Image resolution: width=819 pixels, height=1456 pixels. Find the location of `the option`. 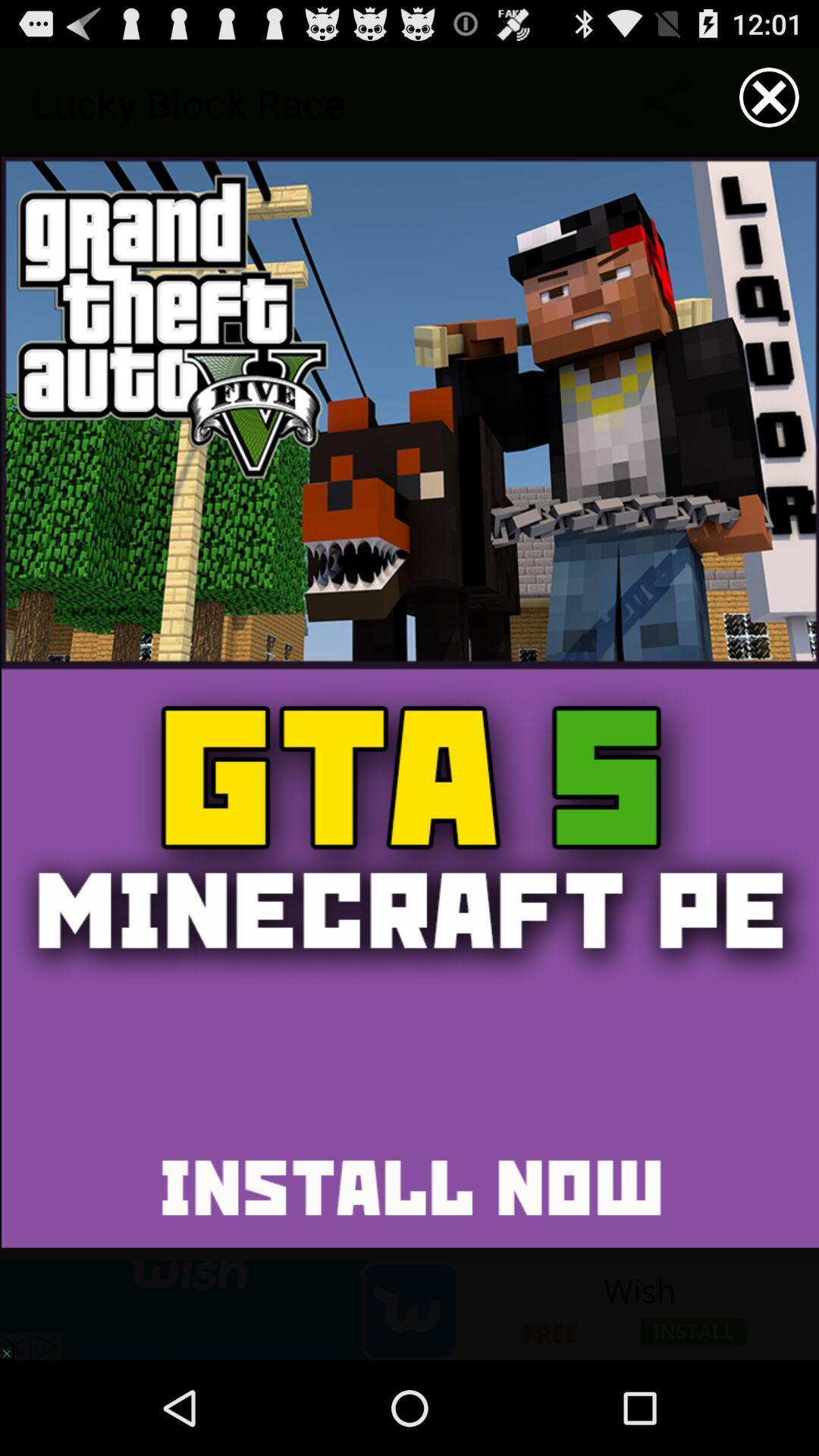

the option is located at coordinates (769, 96).